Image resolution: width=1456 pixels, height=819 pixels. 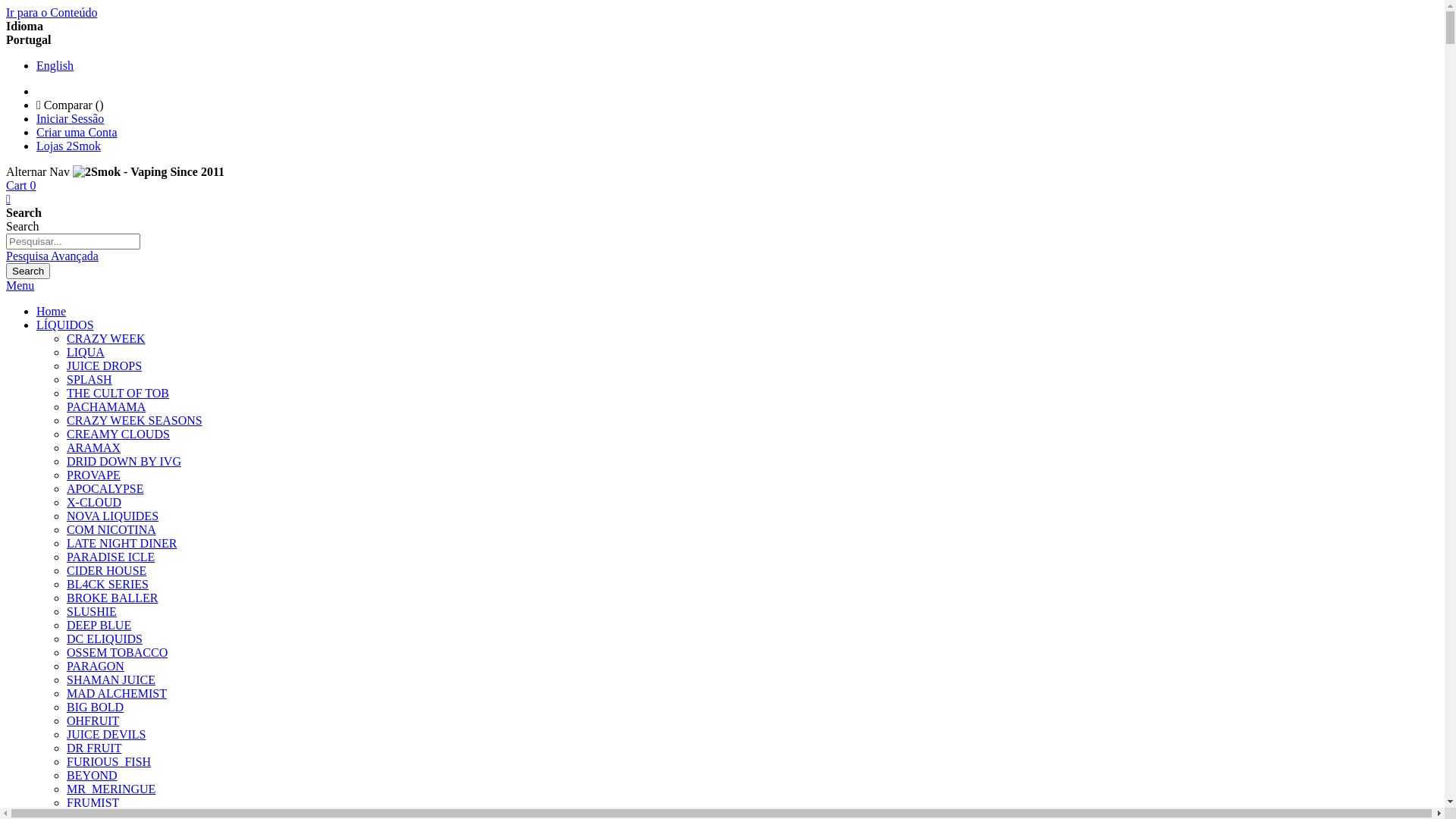 I want to click on 'Home', so click(x=51, y=310).